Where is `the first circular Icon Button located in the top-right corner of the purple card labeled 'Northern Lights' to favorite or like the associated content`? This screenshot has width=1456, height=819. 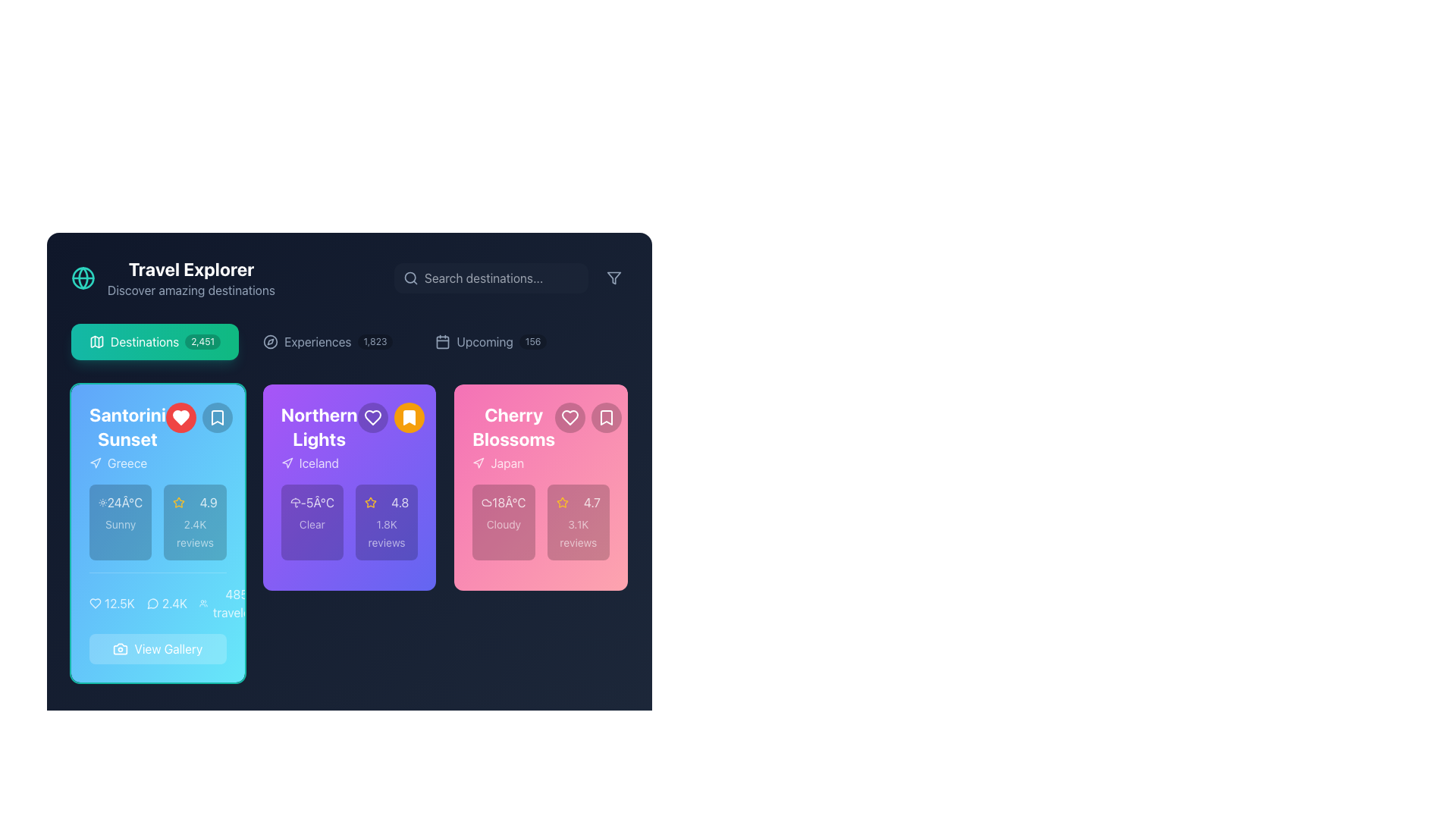 the first circular Icon Button located in the top-right corner of the purple card labeled 'Northern Lights' to favorite or like the associated content is located at coordinates (372, 418).